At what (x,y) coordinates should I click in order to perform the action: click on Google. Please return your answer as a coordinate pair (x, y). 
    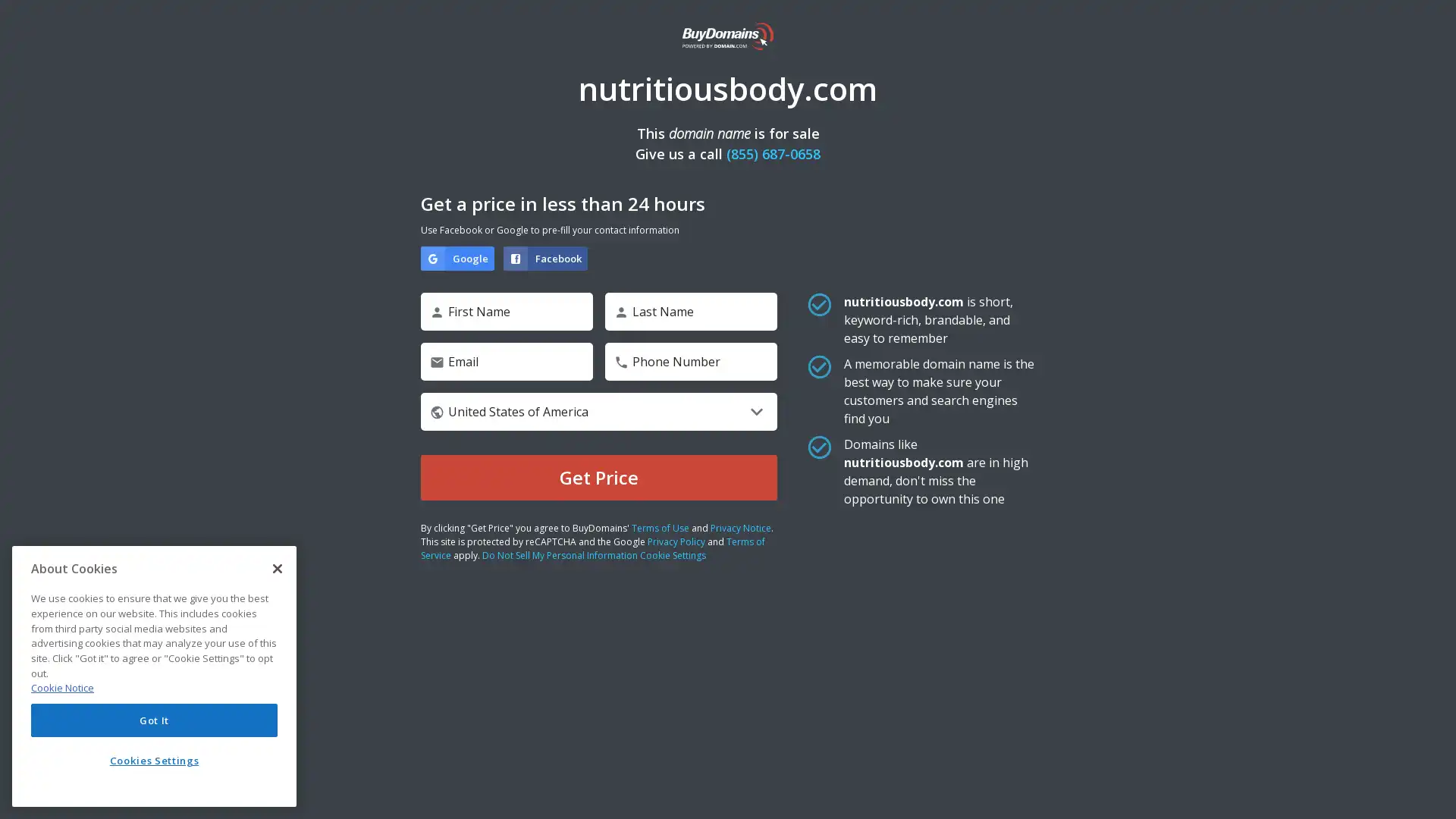
    Looking at the image, I should click on (457, 257).